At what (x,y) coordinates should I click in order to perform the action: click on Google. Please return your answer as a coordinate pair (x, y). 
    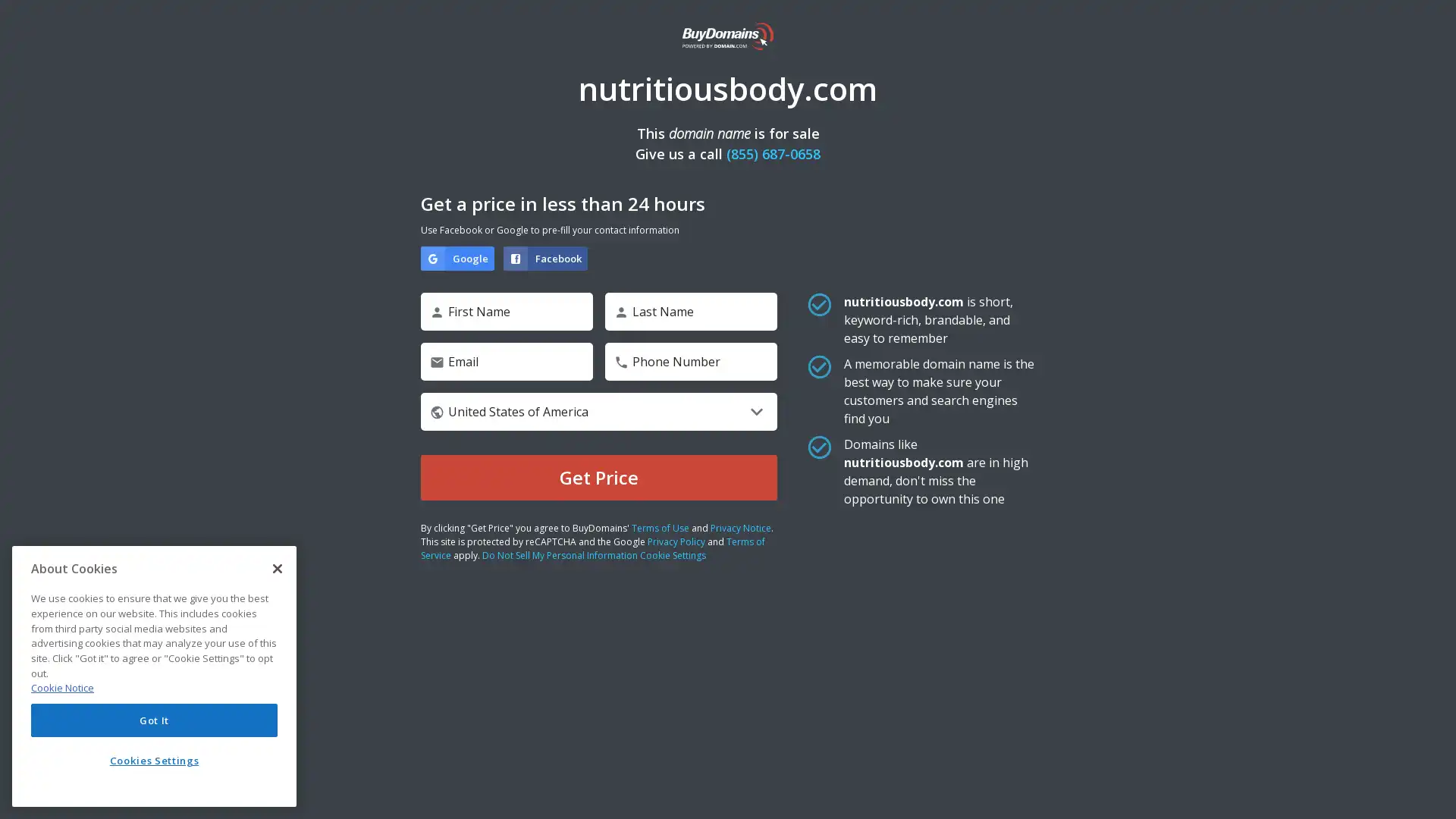
    Looking at the image, I should click on (457, 257).